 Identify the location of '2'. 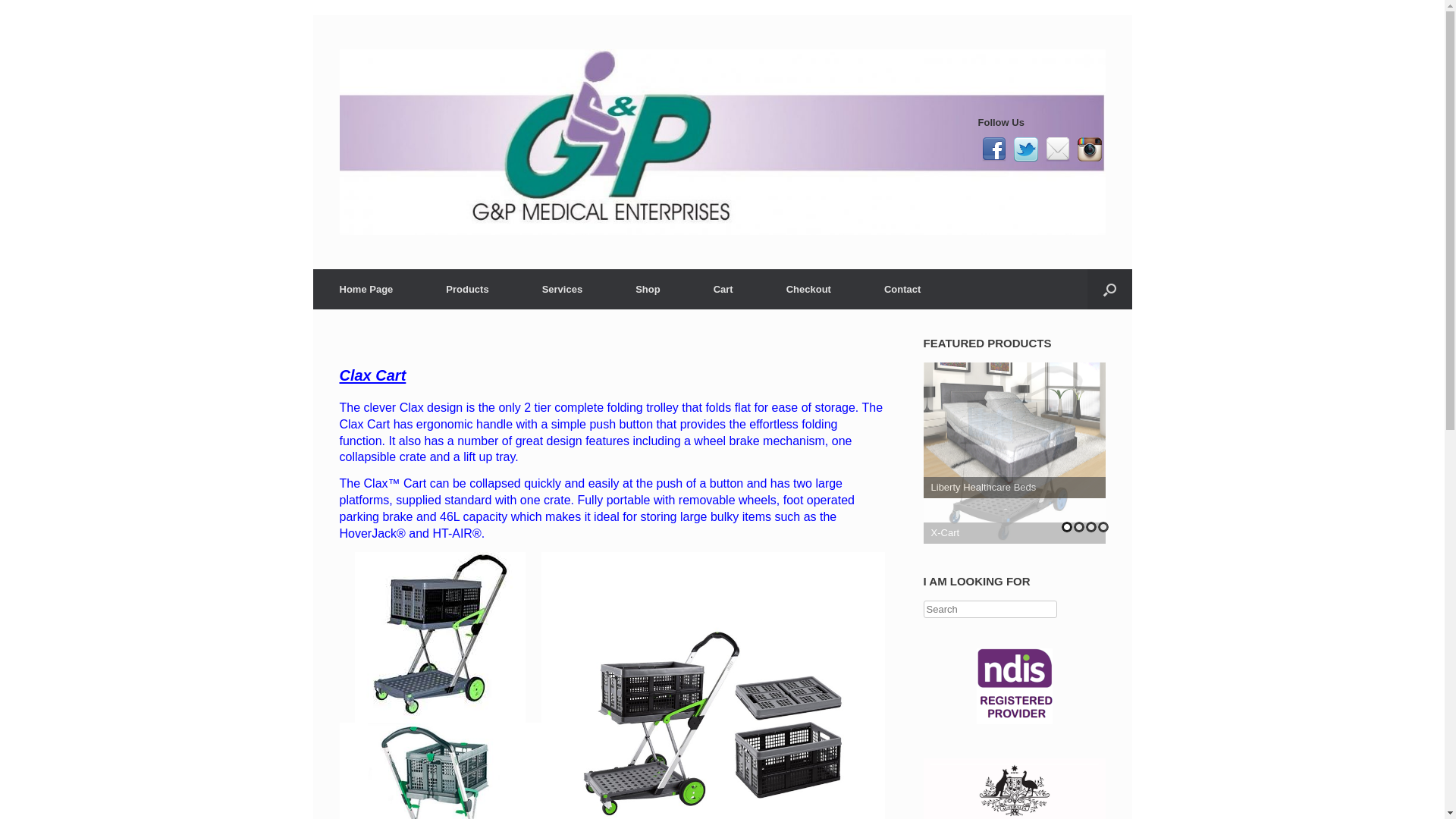
(1078, 526).